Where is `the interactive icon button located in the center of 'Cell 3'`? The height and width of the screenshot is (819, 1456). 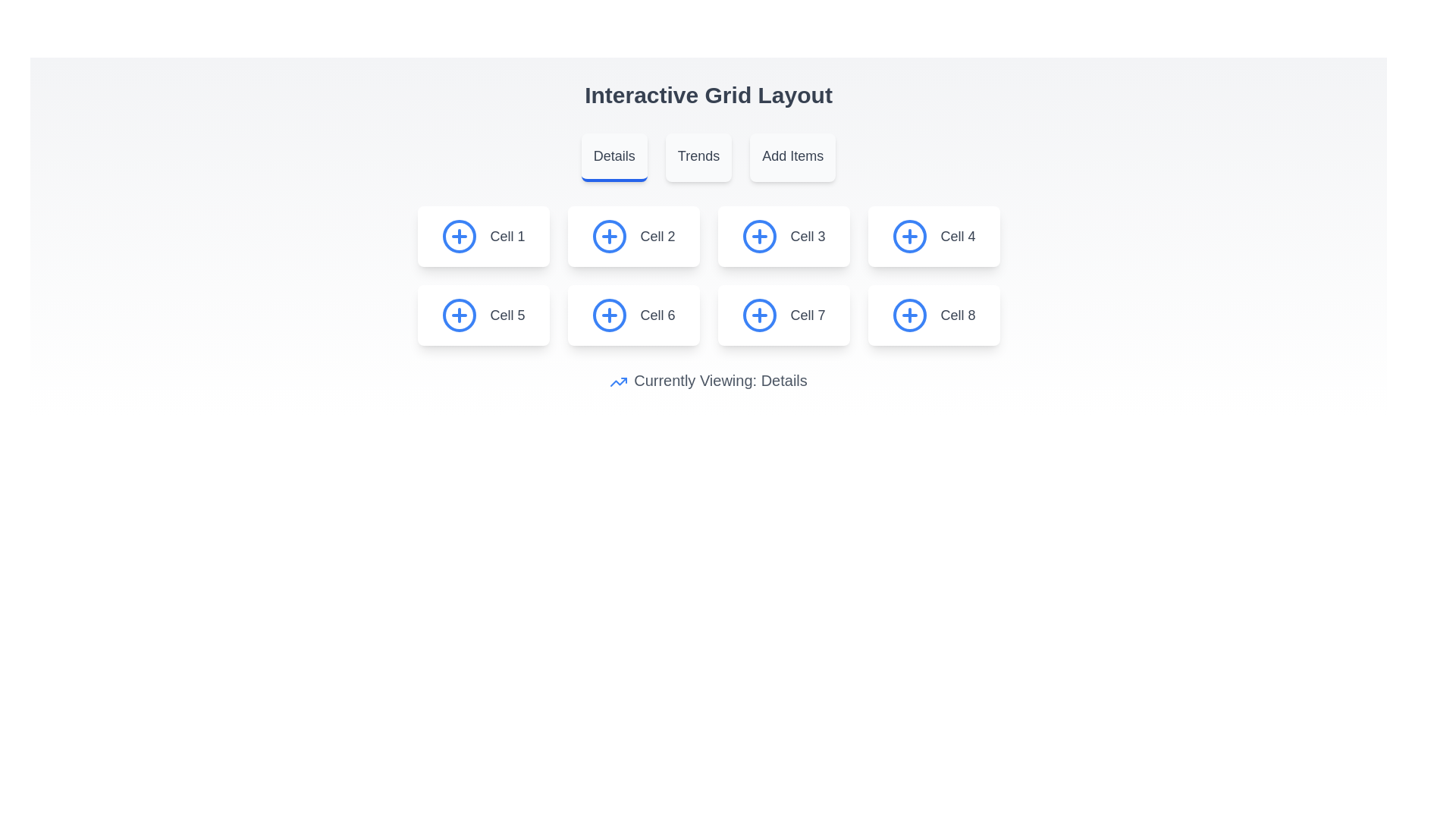
the interactive icon button located in the center of 'Cell 3' is located at coordinates (760, 237).